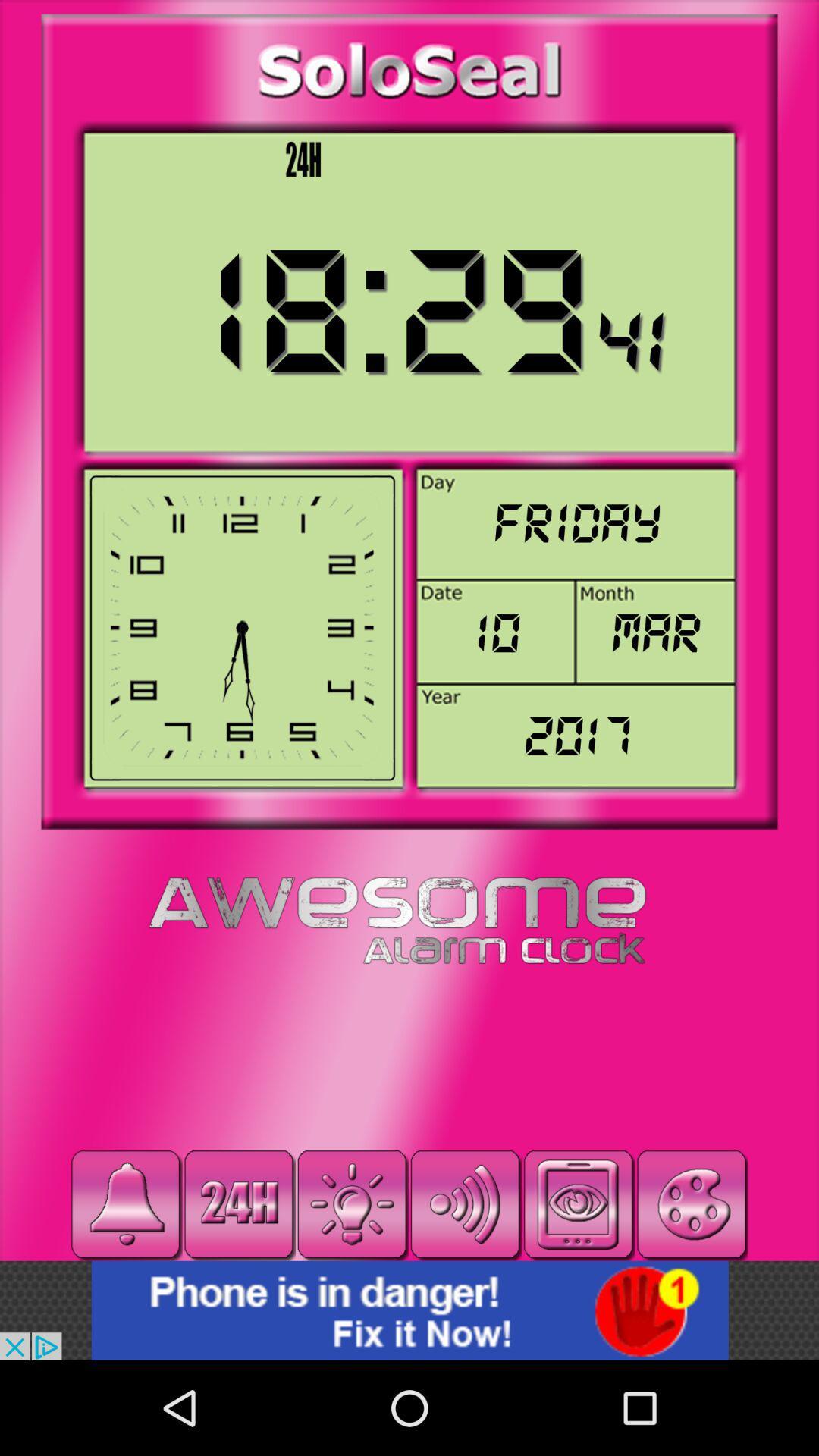  What do you see at coordinates (464, 1203) in the screenshot?
I see `volume` at bounding box center [464, 1203].